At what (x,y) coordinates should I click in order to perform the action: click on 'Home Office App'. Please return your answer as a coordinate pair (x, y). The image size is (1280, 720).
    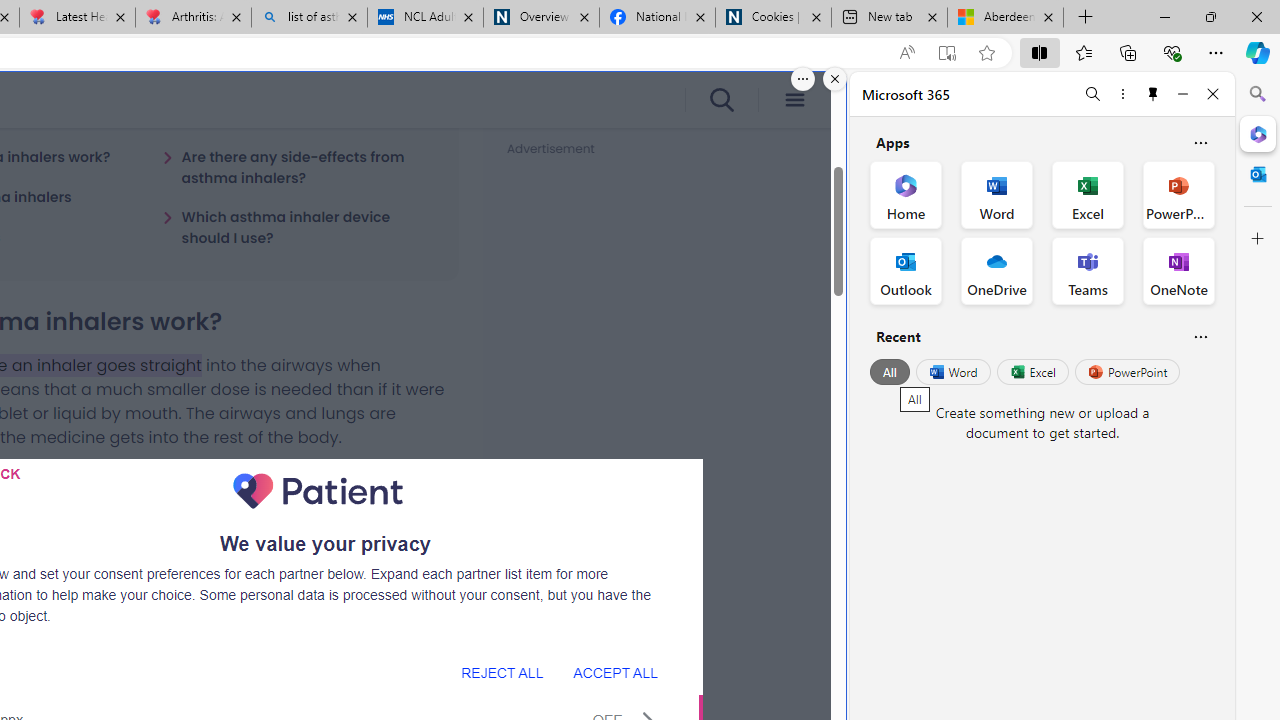
    Looking at the image, I should click on (905, 195).